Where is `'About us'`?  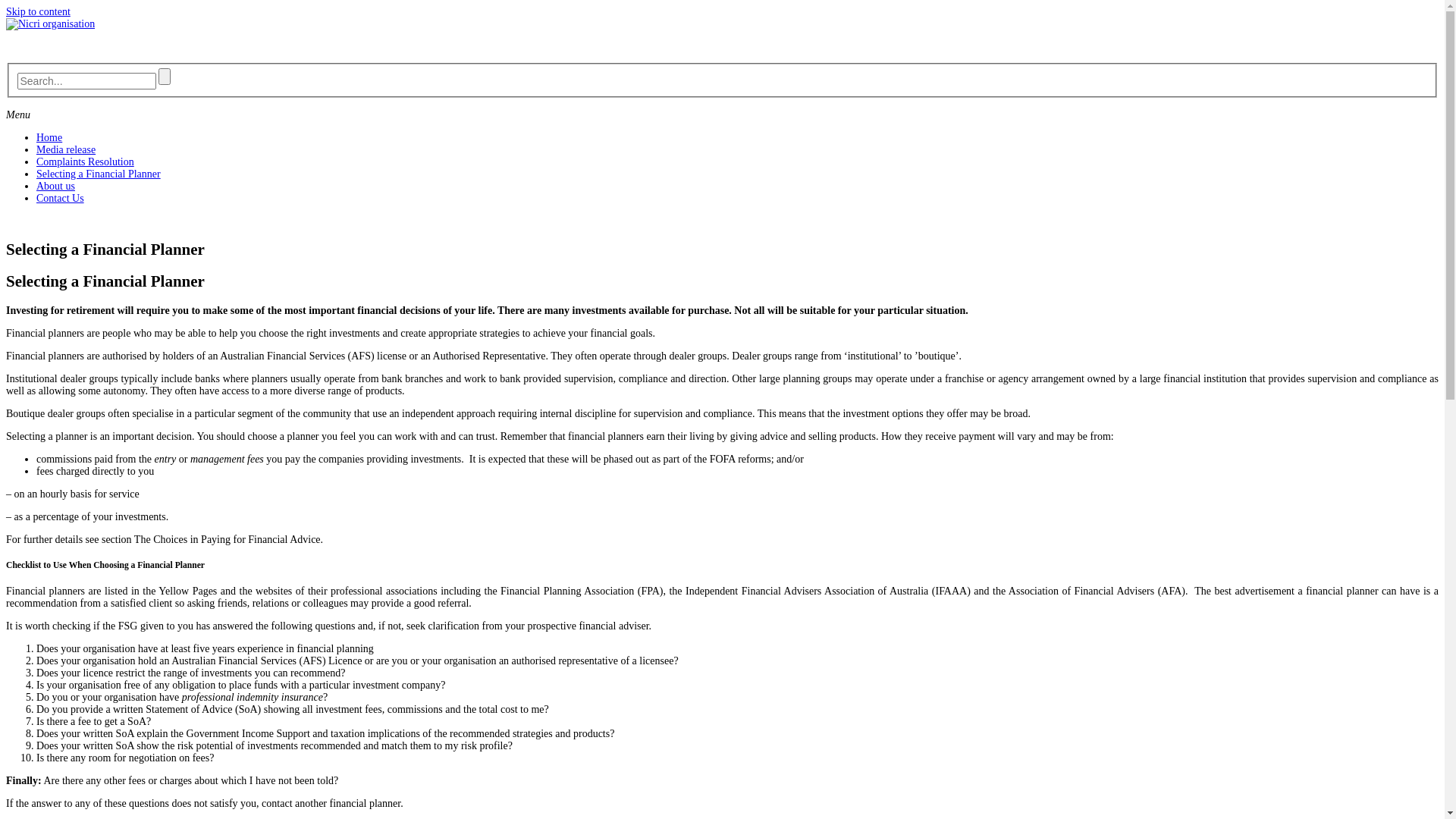 'About us' is located at coordinates (55, 185).